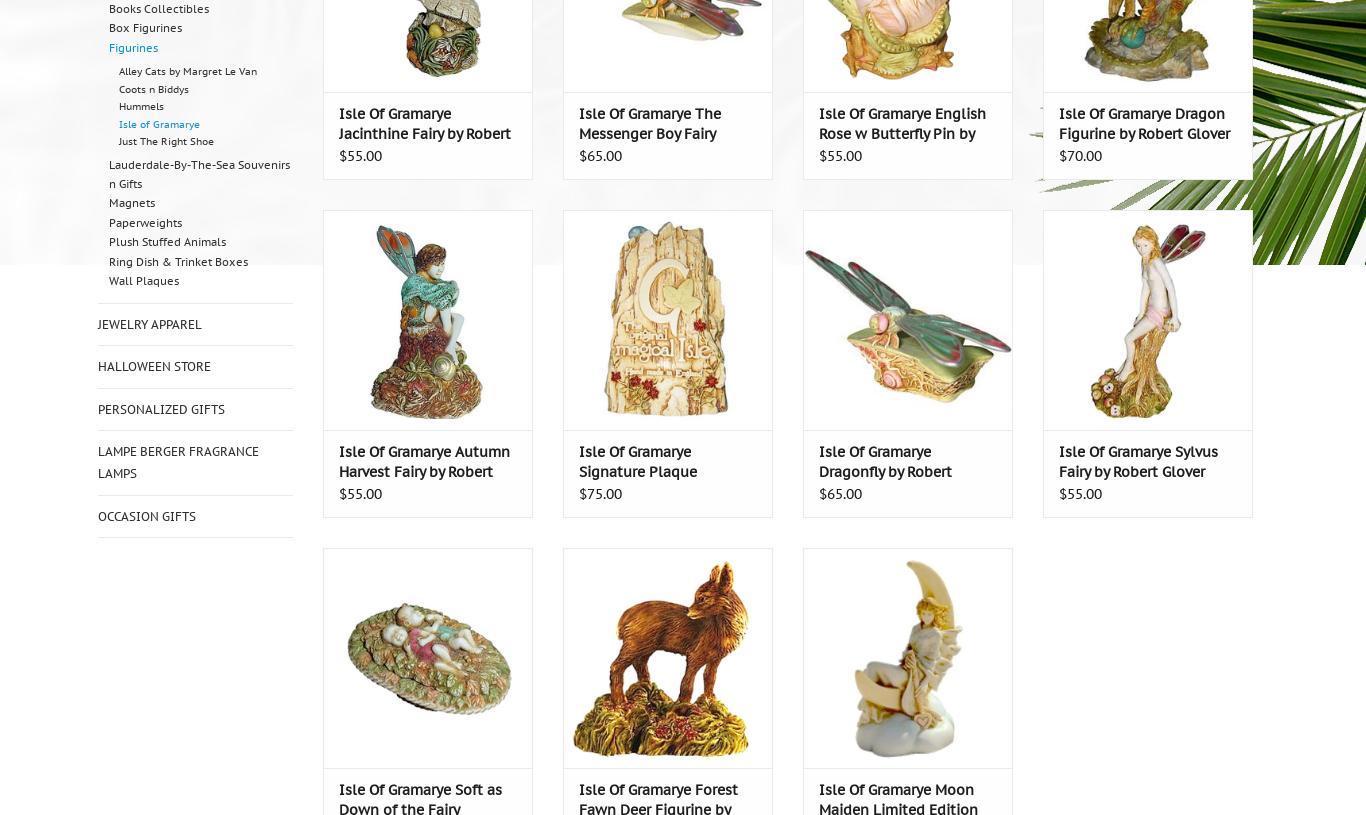 This screenshot has width=1366, height=815. What do you see at coordinates (651, 481) in the screenshot?
I see `'Isle Of Gramarye Signature Plaque Guardian Redemption Piece'` at bounding box center [651, 481].